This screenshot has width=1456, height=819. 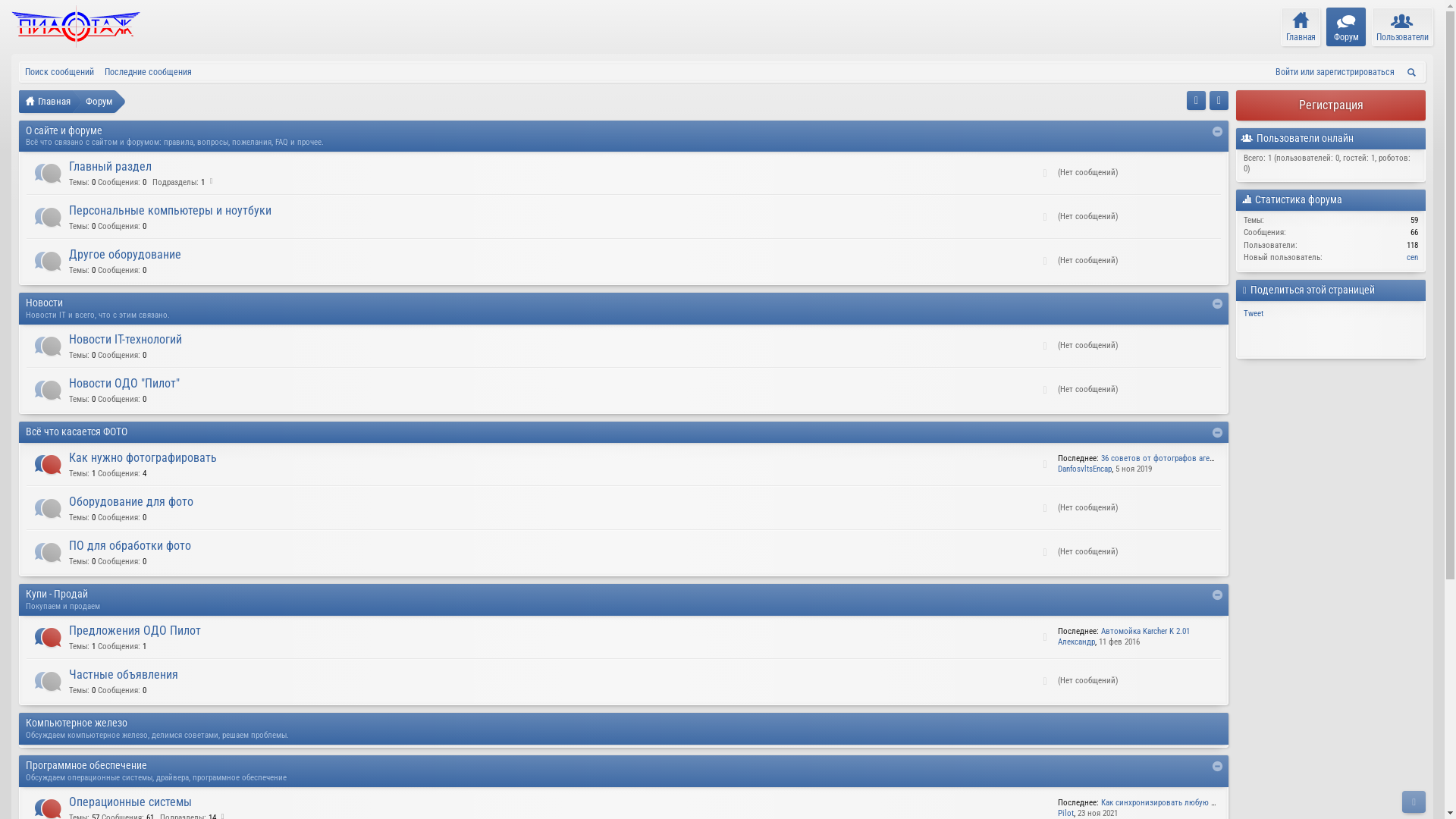 I want to click on 'Pilot', so click(x=1057, y=812).